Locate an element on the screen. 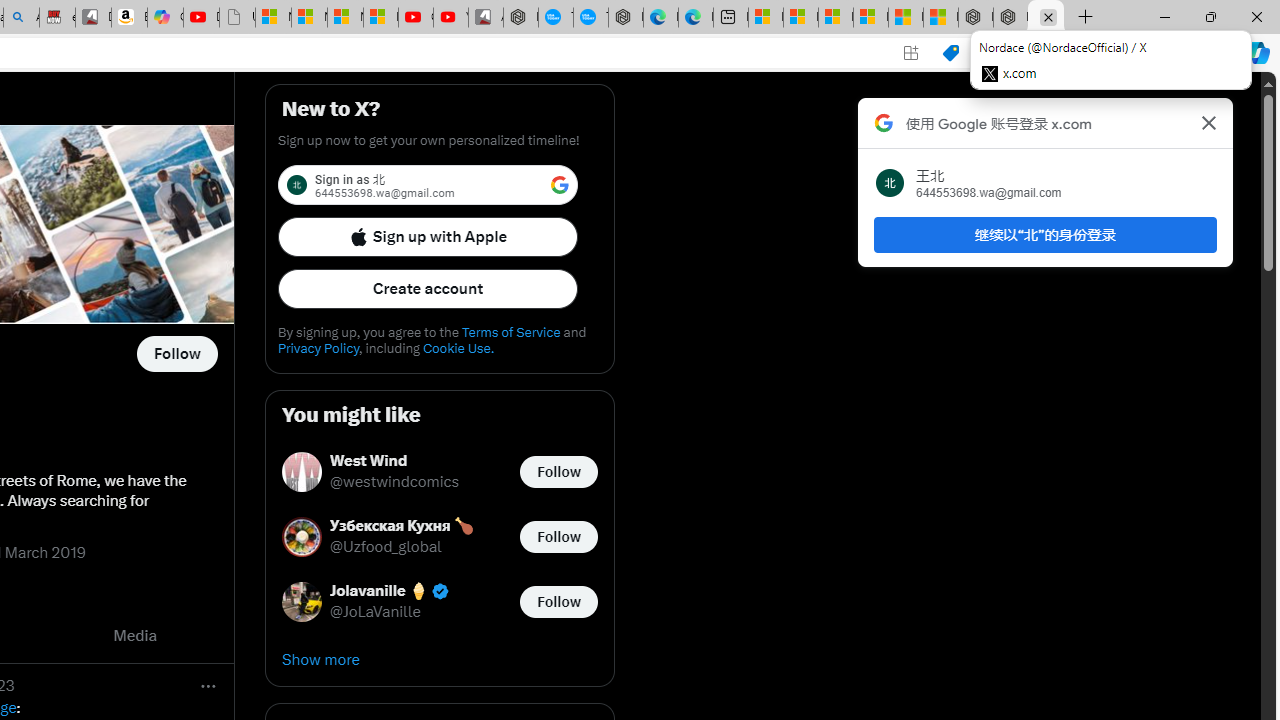 The image size is (1280, 720). 'More' is located at coordinates (208, 684).